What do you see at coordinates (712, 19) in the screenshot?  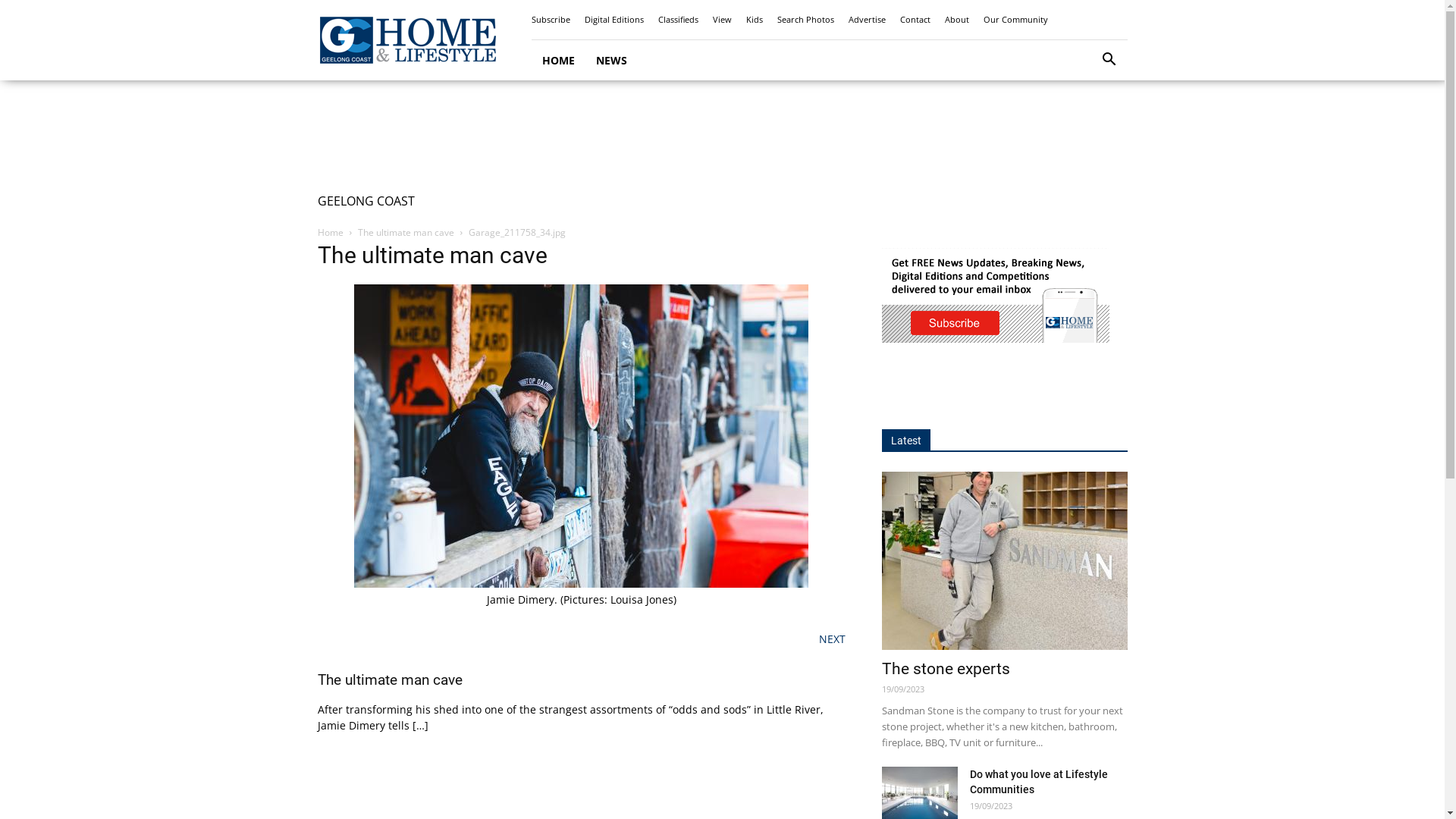 I see `'View'` at bounding box center [712, 19].